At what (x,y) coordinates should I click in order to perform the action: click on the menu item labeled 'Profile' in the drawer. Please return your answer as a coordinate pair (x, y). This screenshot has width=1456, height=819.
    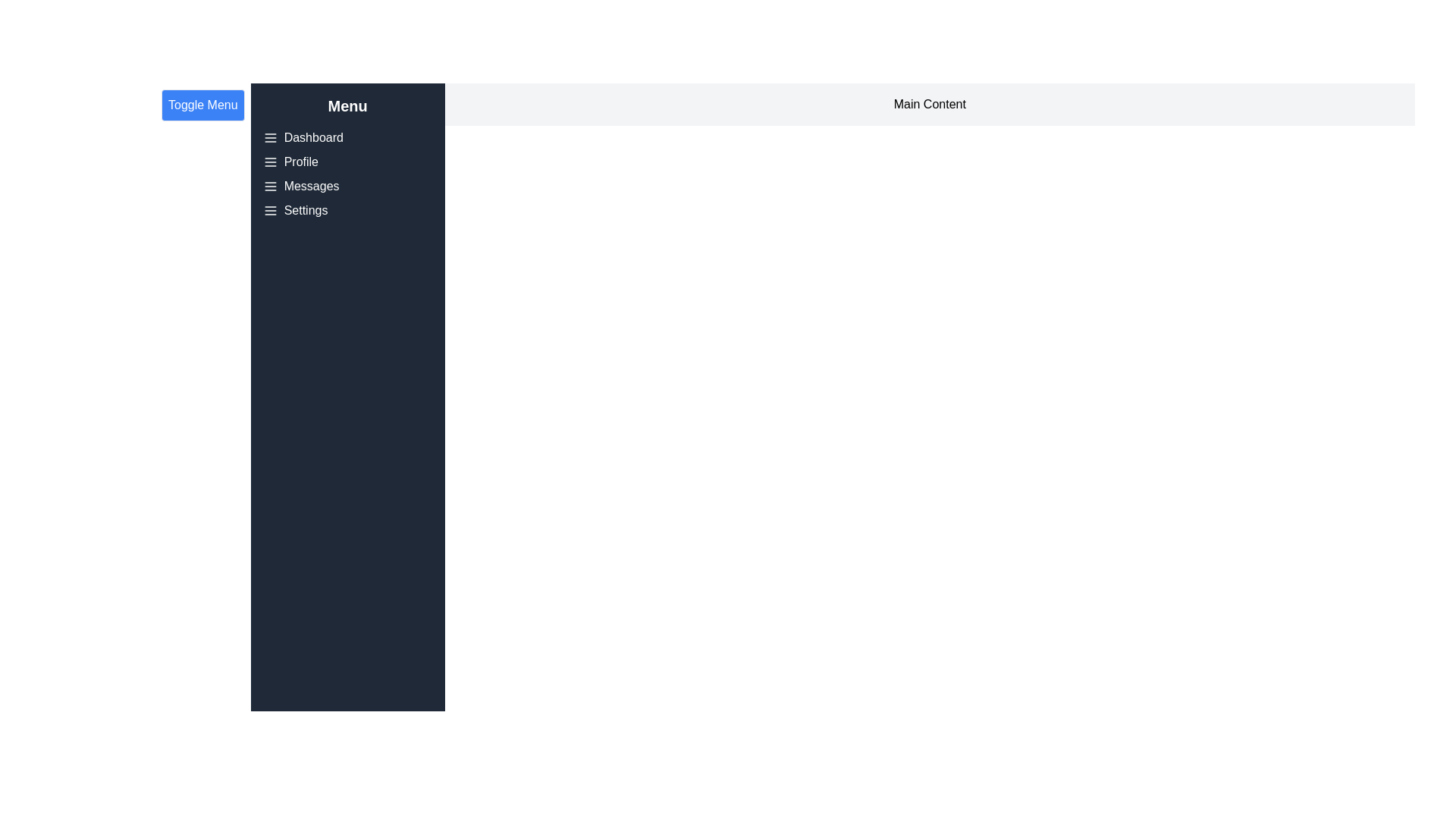
    Looking at the image, I should click on (301, 162).